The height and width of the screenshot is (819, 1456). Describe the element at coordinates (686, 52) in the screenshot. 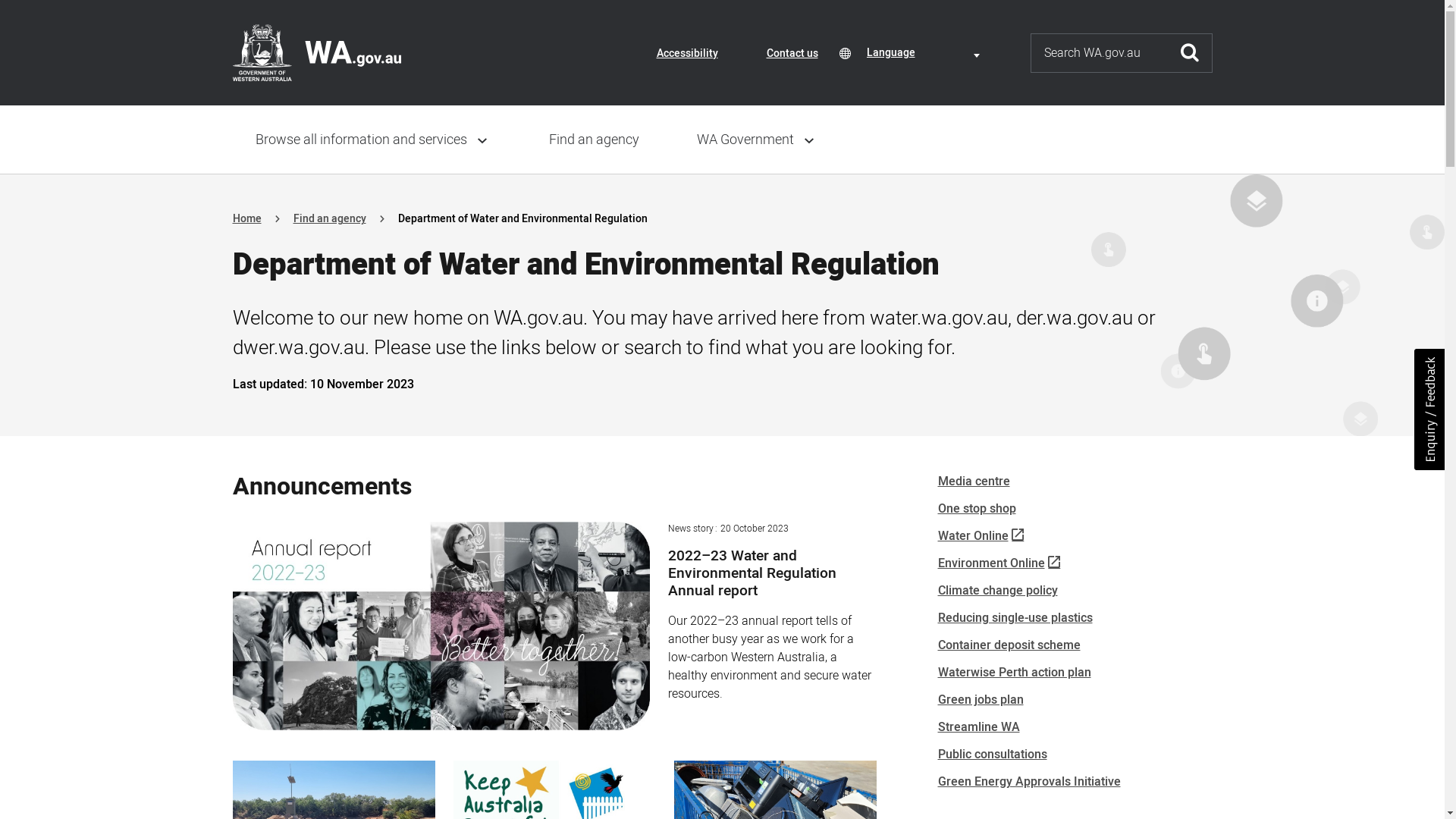

I see `'Accessibility'` at that location.